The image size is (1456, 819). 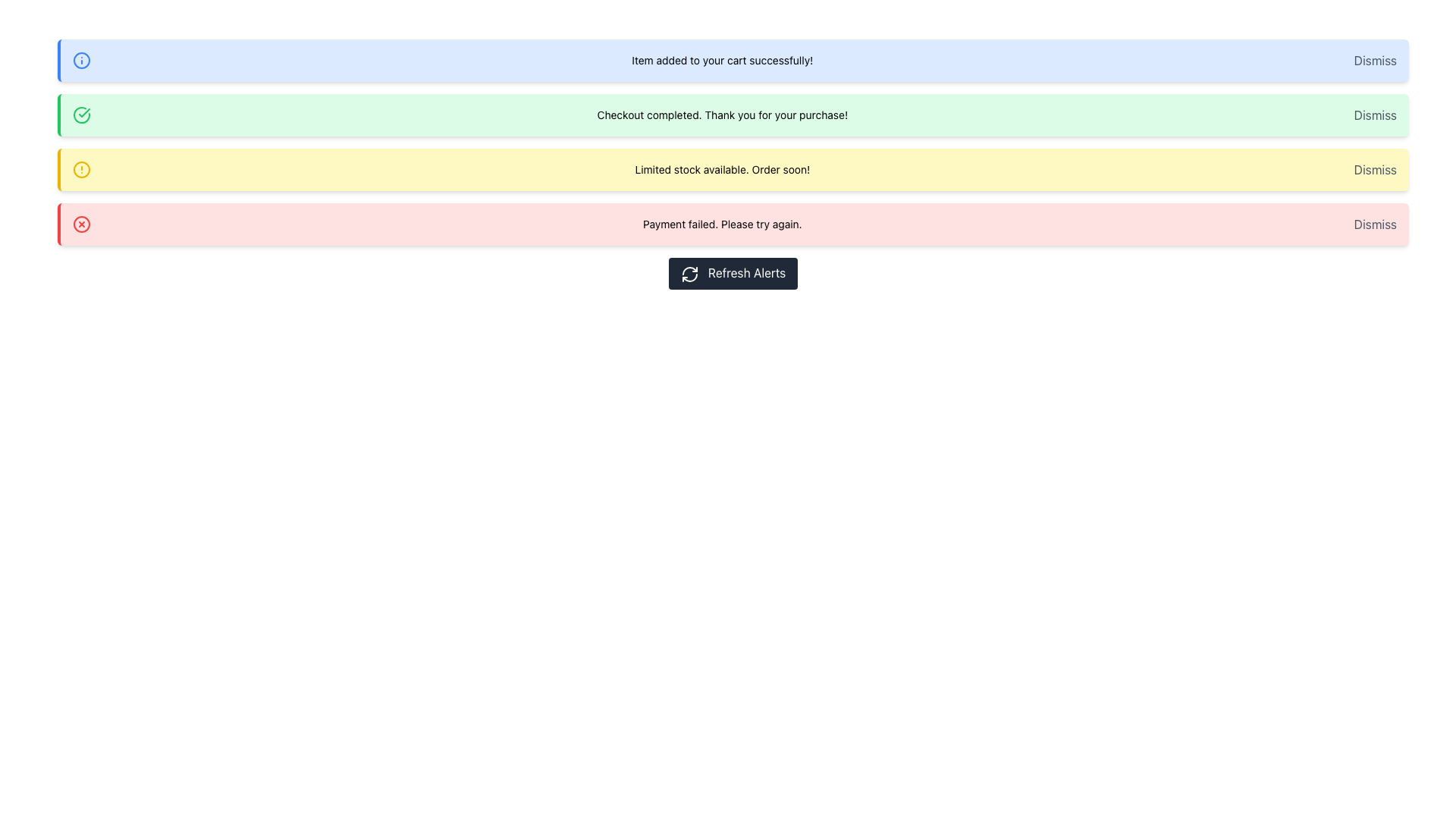 I want to click on the Informational Icon, a circular blue icon located at the left side of the notification bar labeled 'Item added to your cart successfully!', so click(x=81, y=60).